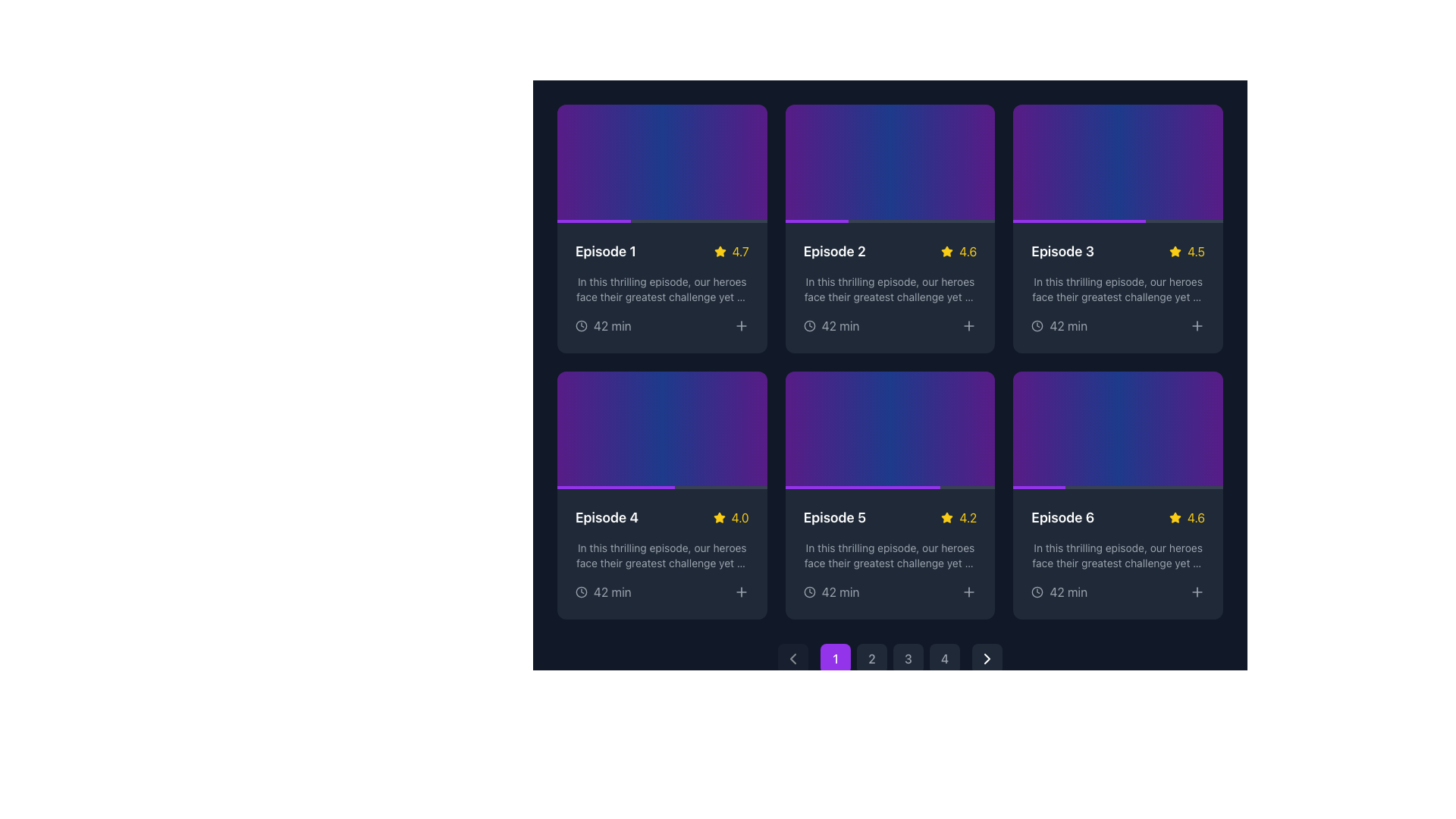  Describe the element at coordinates (890, 221) in the screenshot. I see `progress bar located at the bottom of the 'Episode 2' card, which is a narrow horizontal gray bar with a purple segment indicating progress` at that location.